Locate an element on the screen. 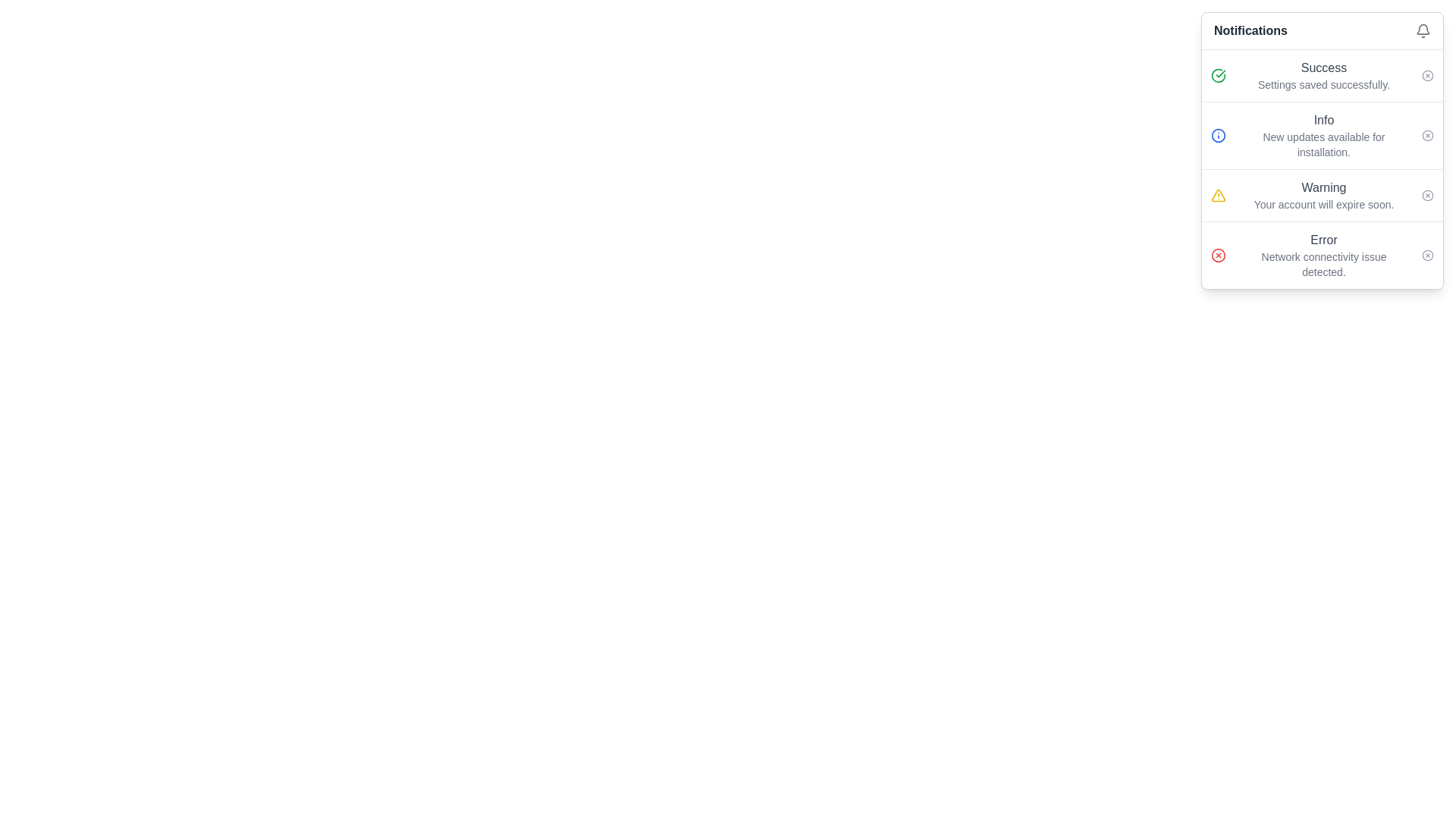 The image size is (1456, 819). message displayed in the notification labeled 'Warning' which indicates that 'Your account will expire soon.' is located at coordinates (1323, 195).